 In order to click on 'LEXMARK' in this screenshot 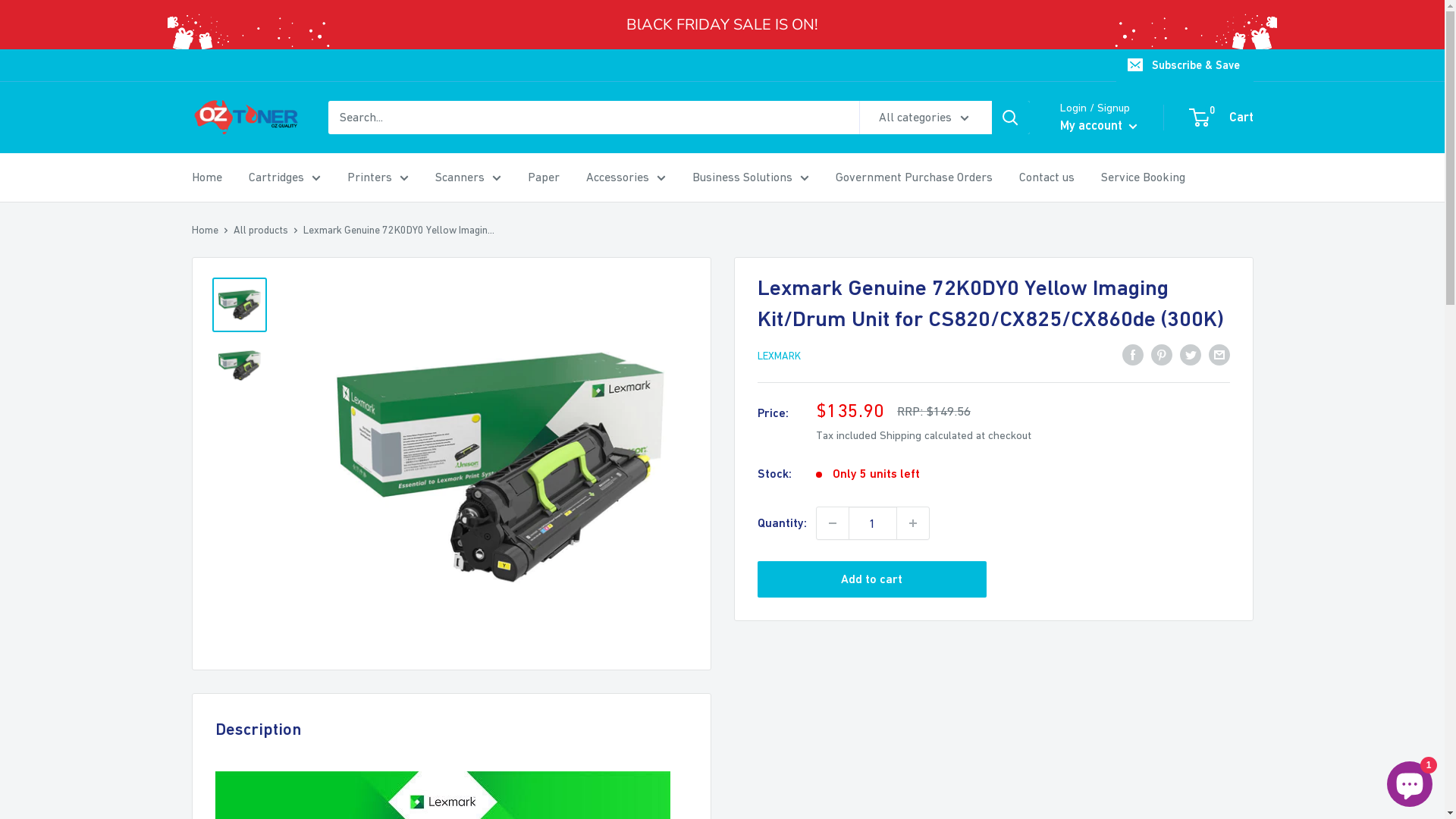, I will do `click(778, 356)`.